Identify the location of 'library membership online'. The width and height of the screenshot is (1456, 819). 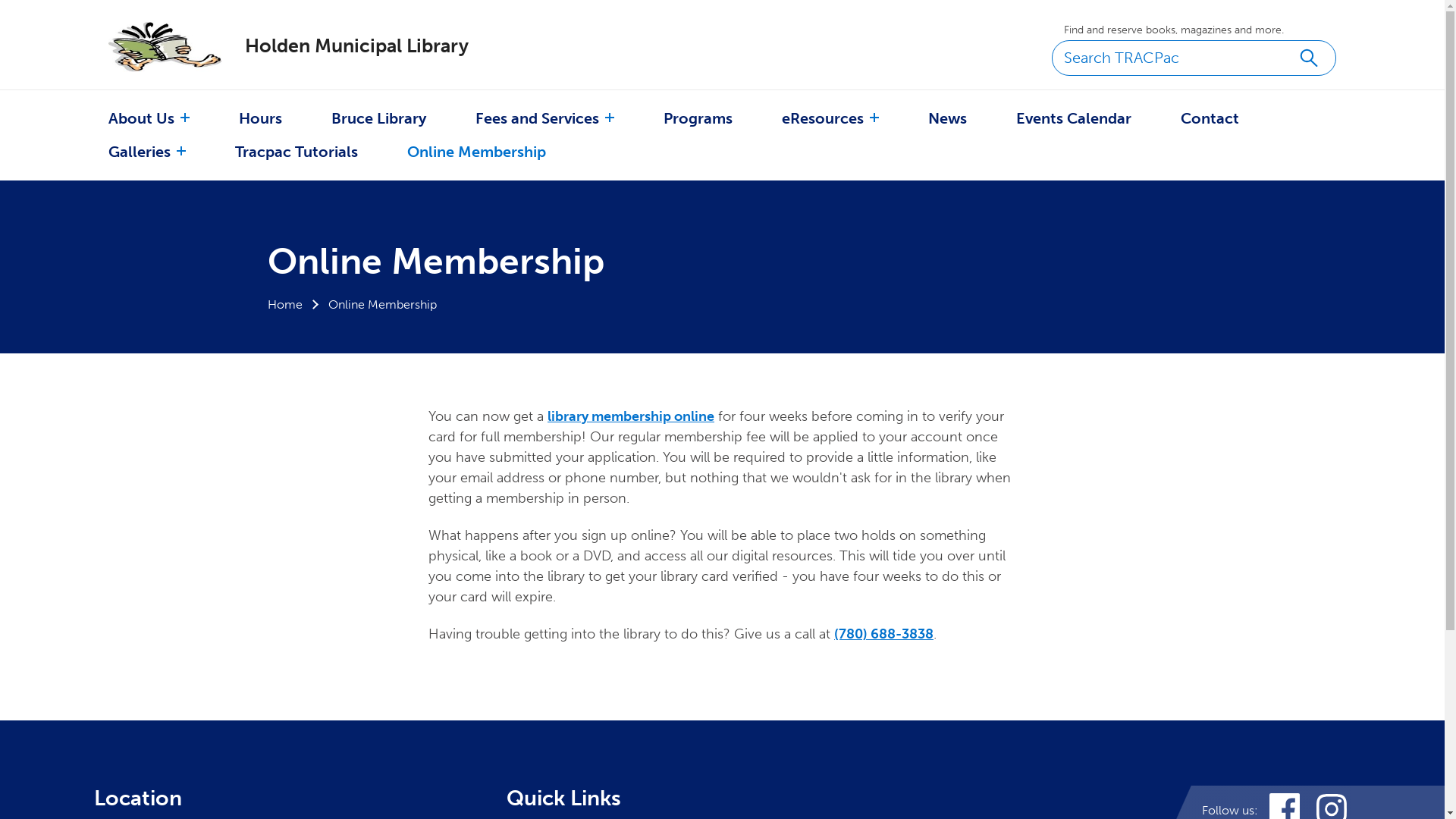
(630, 416).